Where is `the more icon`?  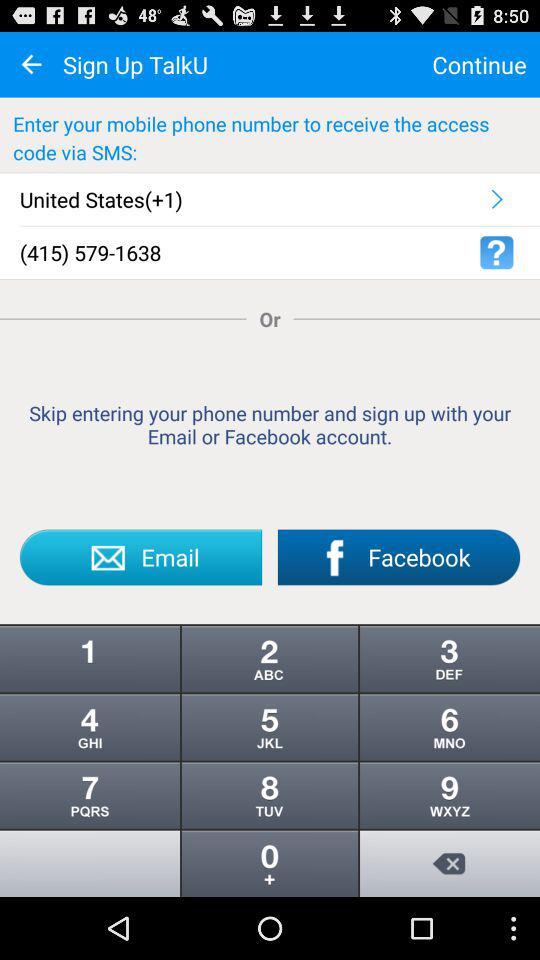 the more icon is located at coordinates (449, 705).